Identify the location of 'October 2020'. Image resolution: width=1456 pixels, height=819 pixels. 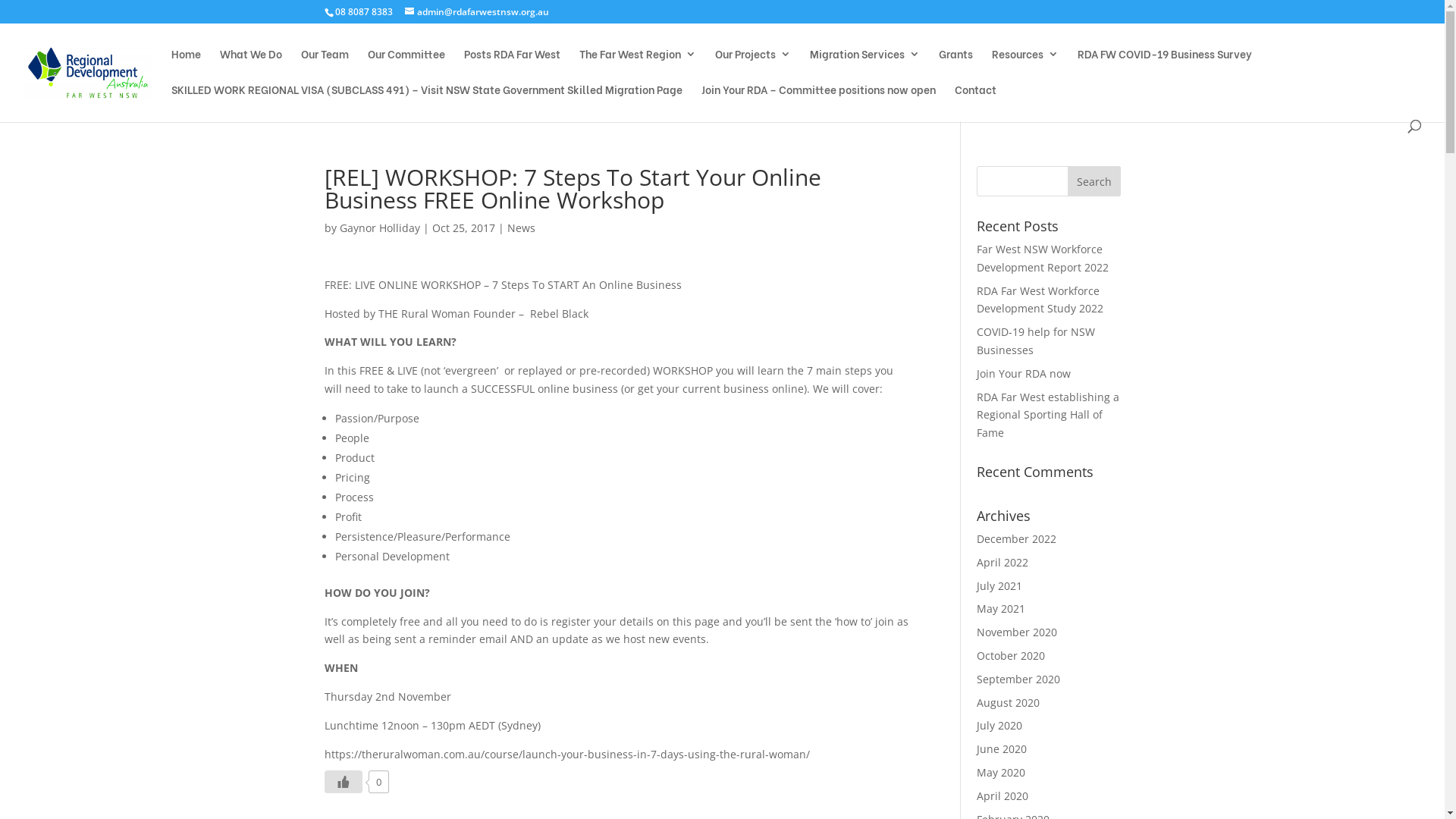
(1011, 654).